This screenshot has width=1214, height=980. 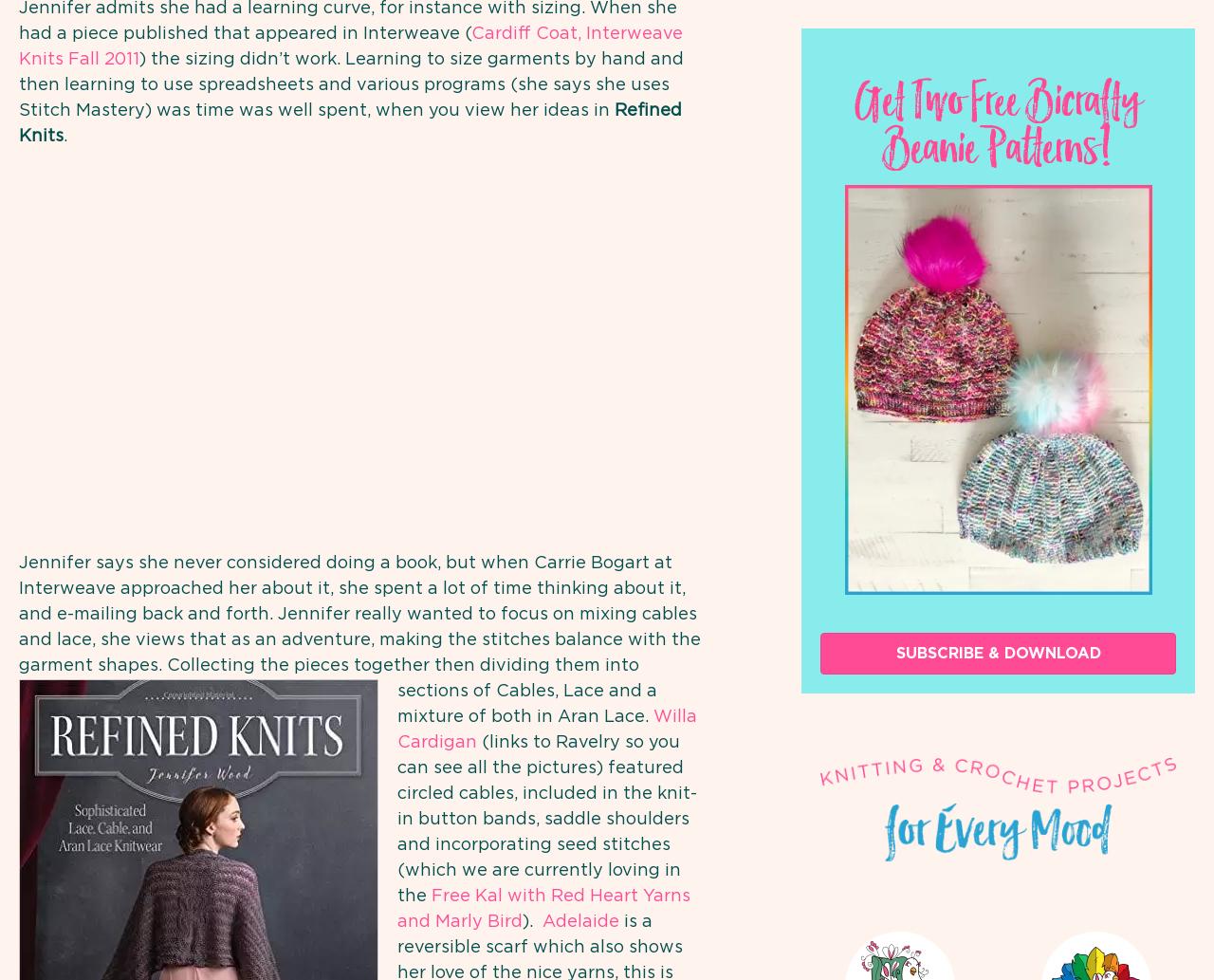 What do you see at coordinates (543, 908) in the screenshot?
I see `'Free Kal with Red Heart Yarns and Marly Bird'` at bounding box center [543, 908].